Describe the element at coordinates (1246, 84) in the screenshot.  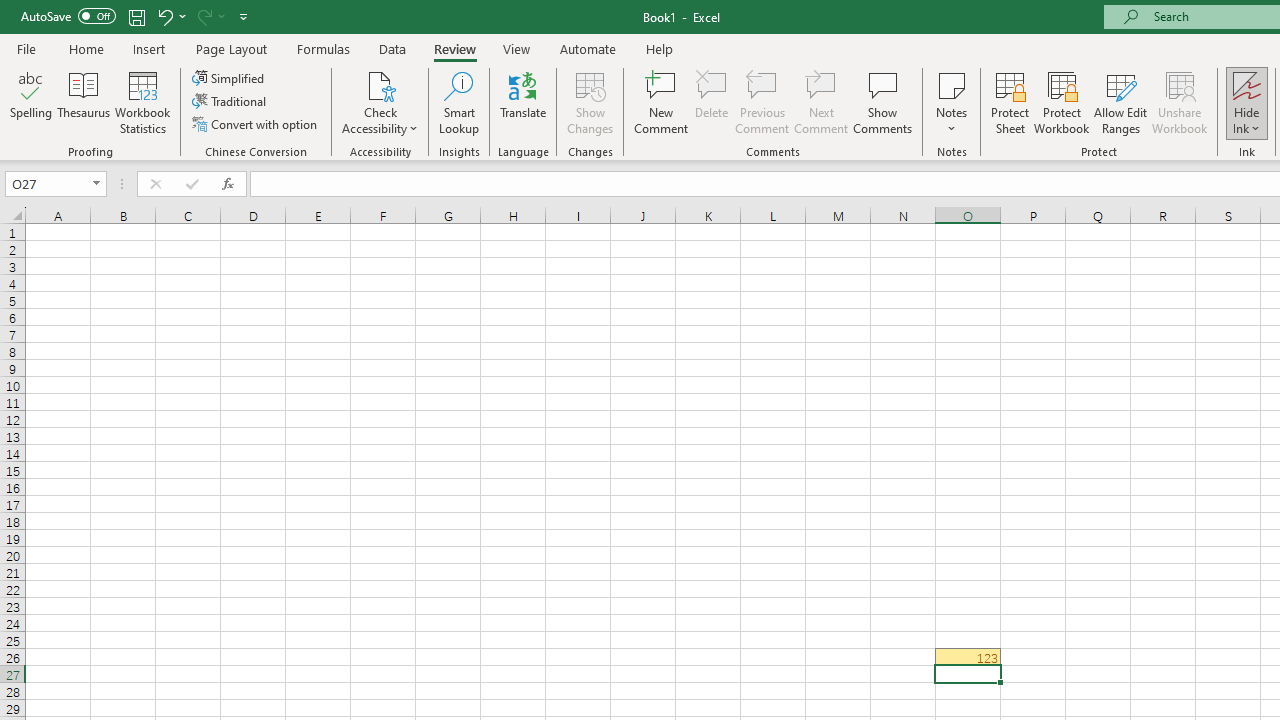
I see `'Hide Ink'` at that location.